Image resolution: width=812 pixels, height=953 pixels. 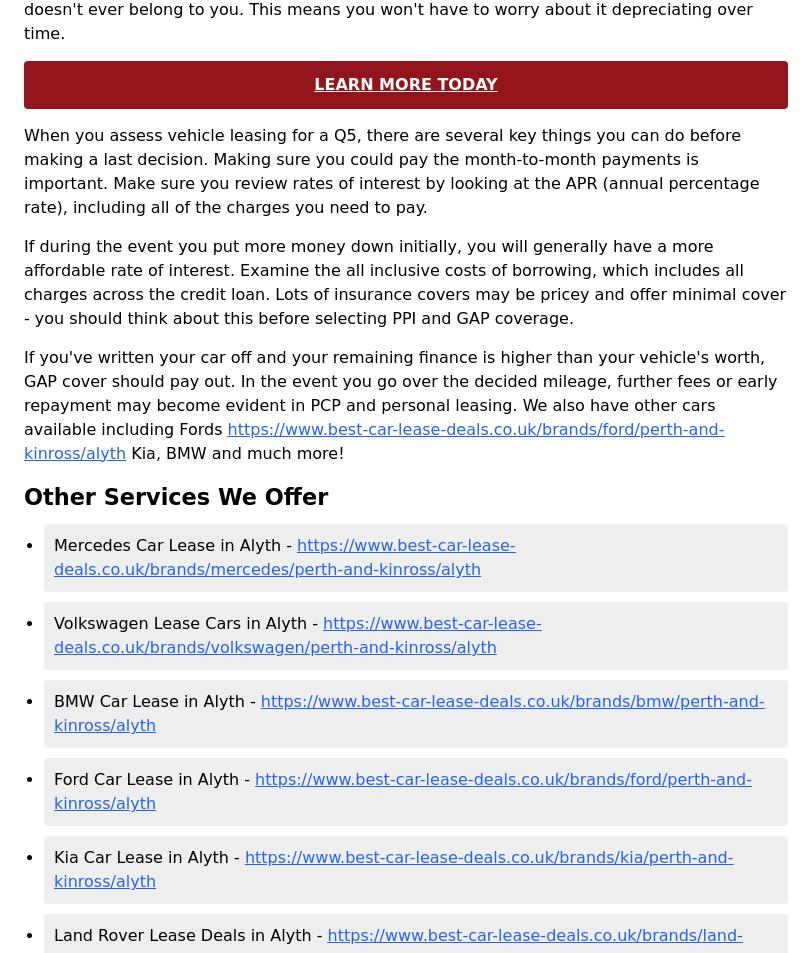 I want to click on 'Kia Car Lease in Alyth -', so click(x=149, y=857).